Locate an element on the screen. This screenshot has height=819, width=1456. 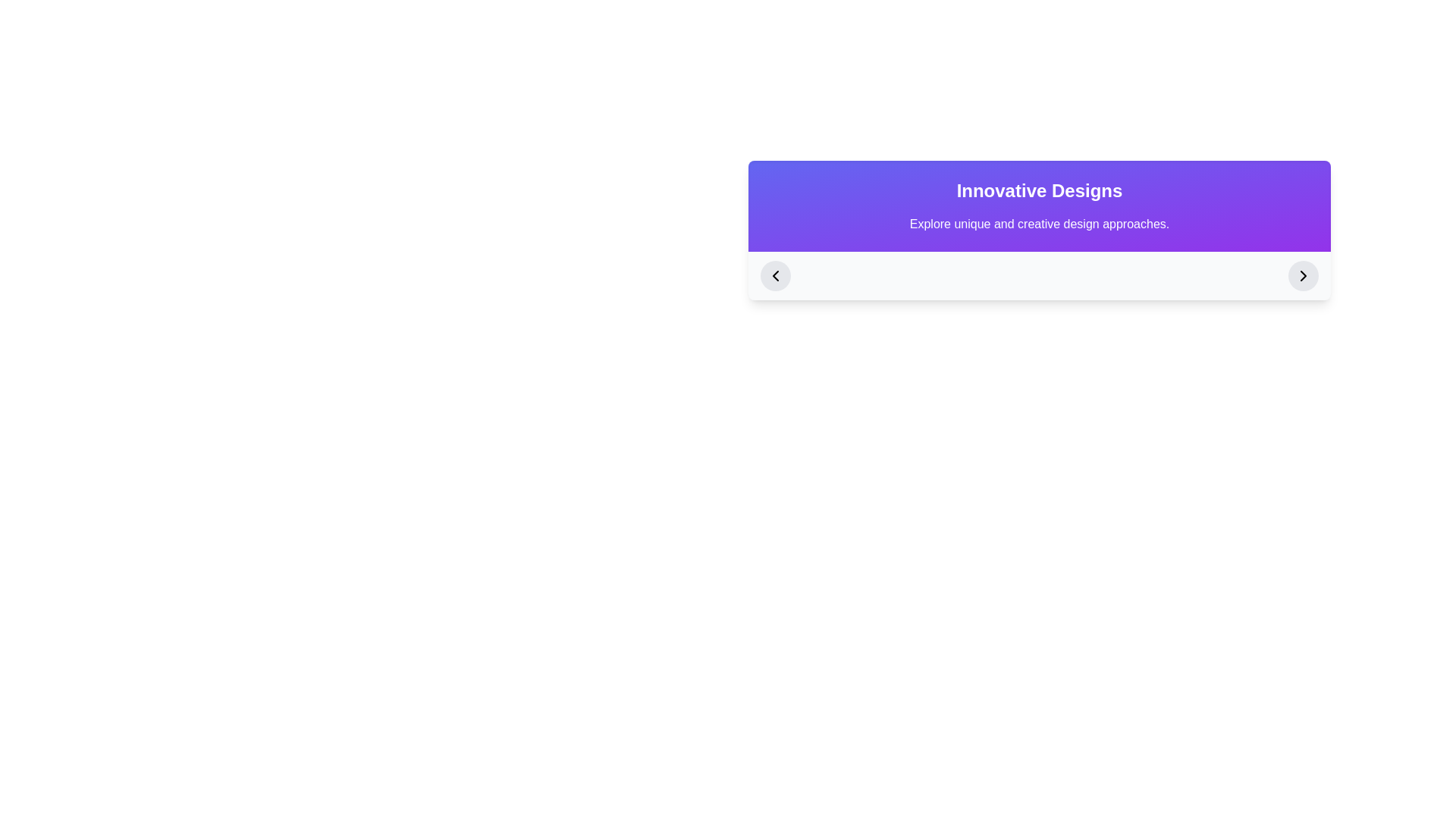
the navigation button located at the far-right end of the horizontal layout bar is located at coordinates (1302, 275).